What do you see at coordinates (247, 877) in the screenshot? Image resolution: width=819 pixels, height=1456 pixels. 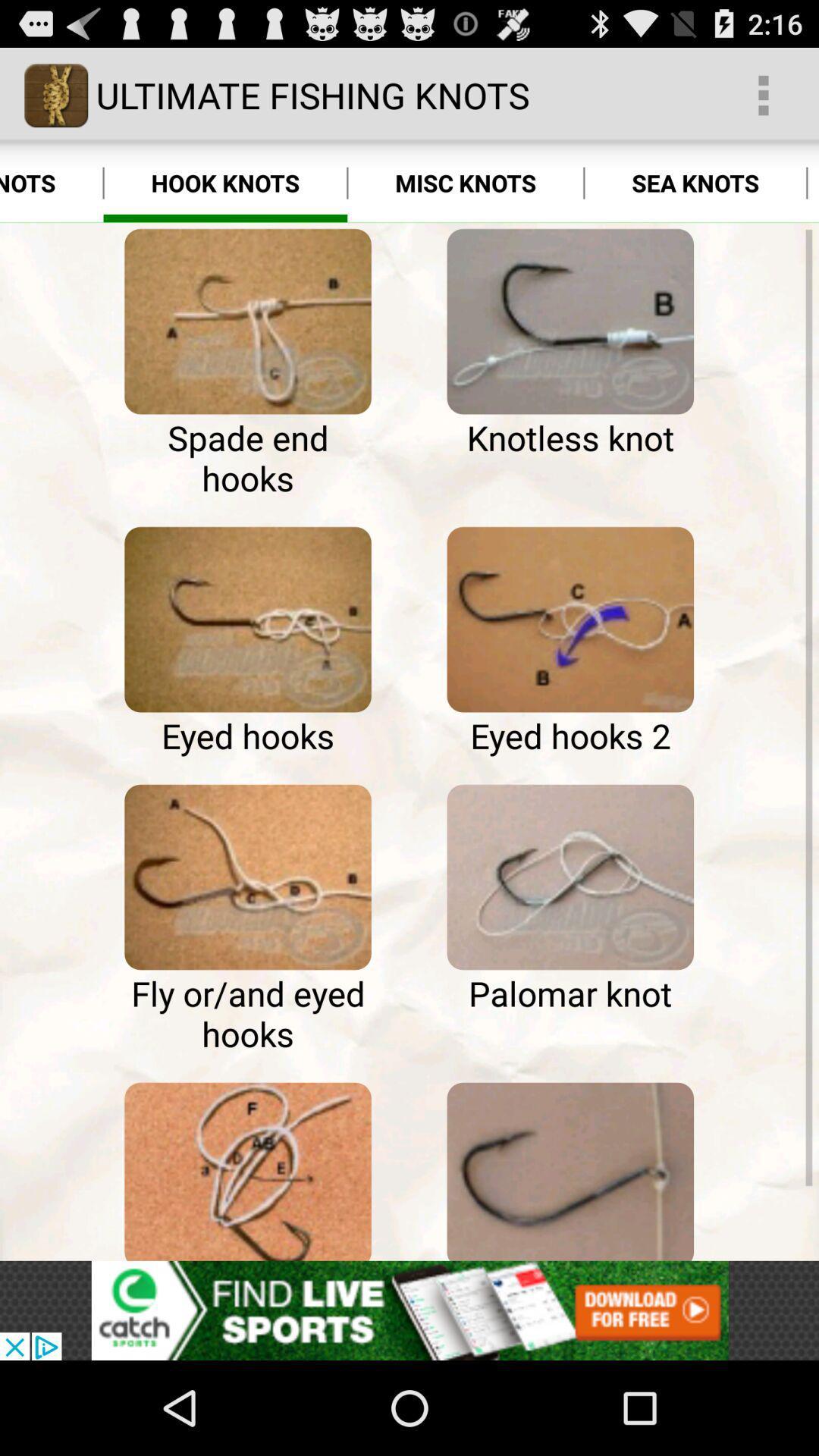 I see `picture page` at bounding box center [247, 877].